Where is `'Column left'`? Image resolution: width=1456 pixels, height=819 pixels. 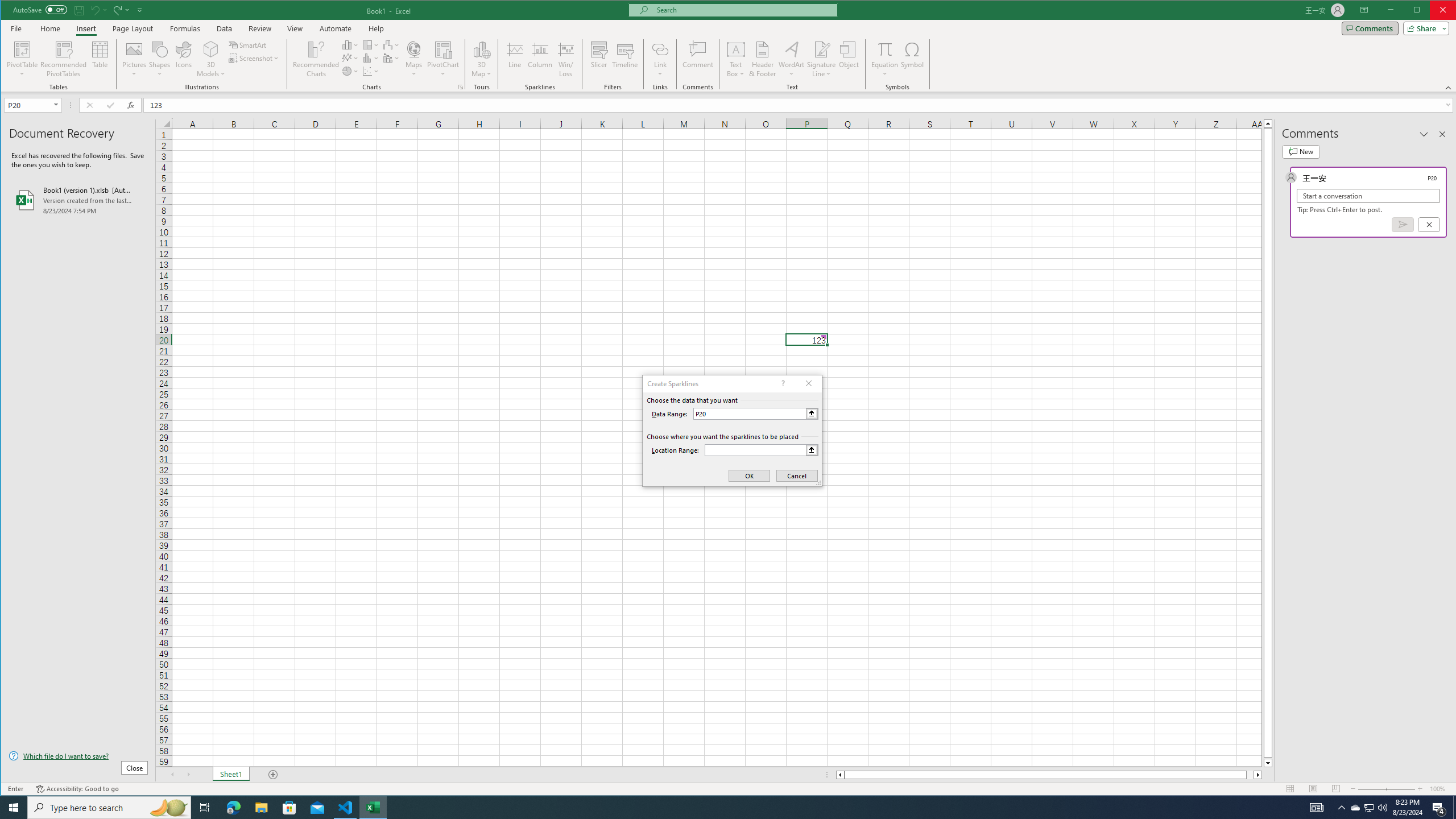
'Column left' is located at coordinates (839, 775).